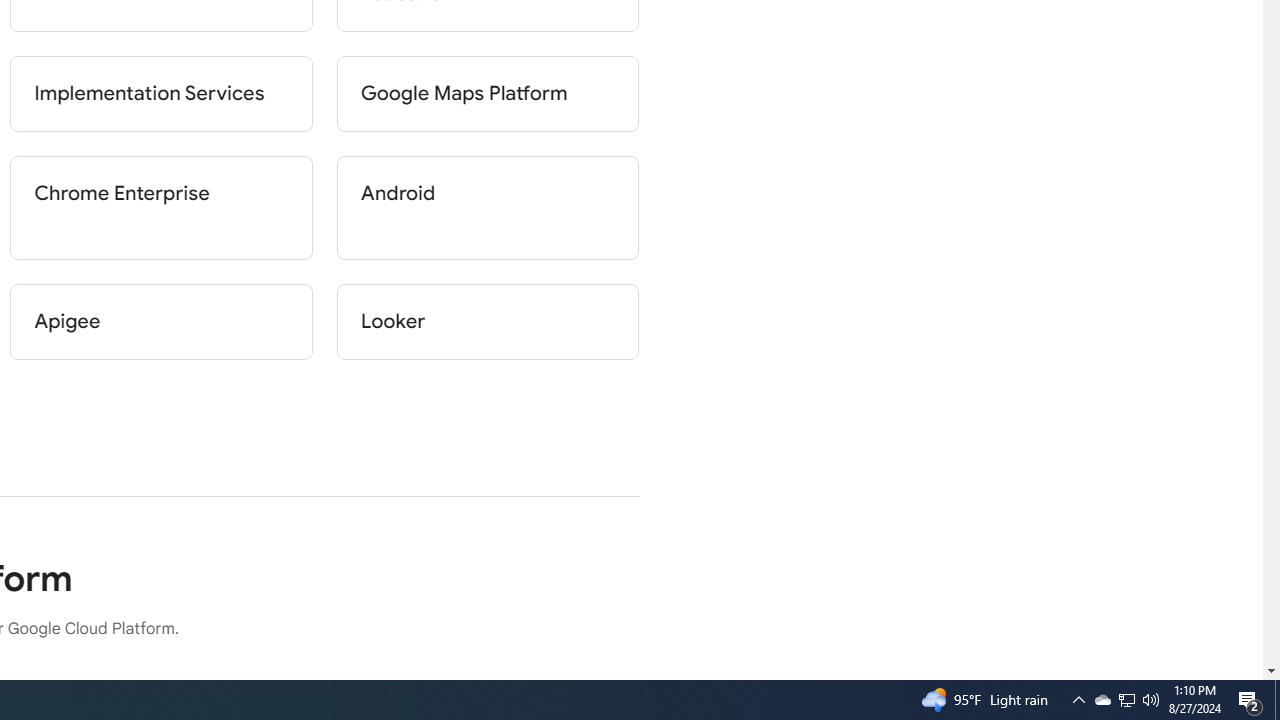 The height and width of the screenshot is (720, 1280). Describe the element at coordinates (487, 320) in the screenshot. I see `'Looker'` at that location.